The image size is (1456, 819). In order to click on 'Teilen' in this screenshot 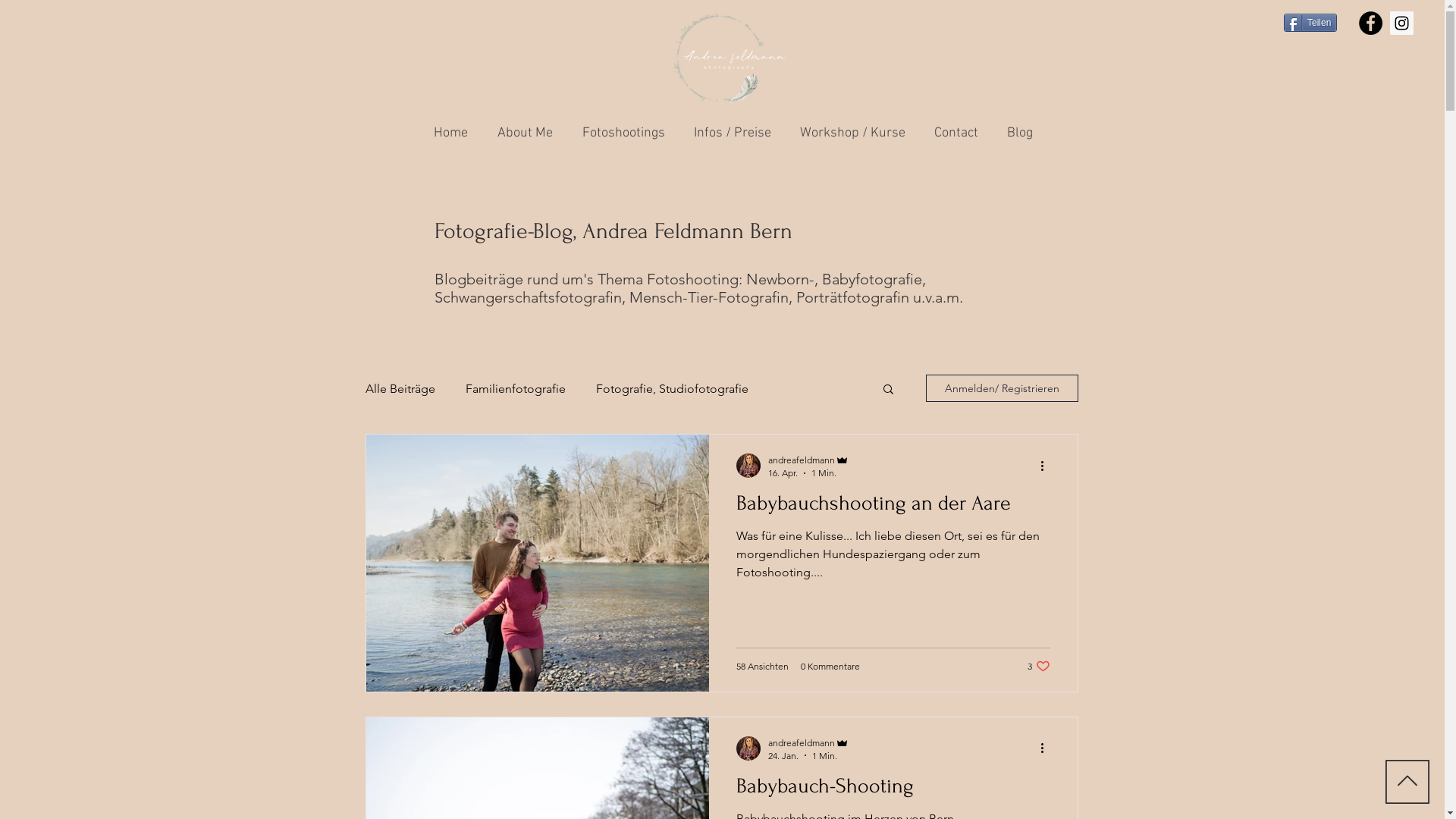, I will do `click(1283, 23)`.